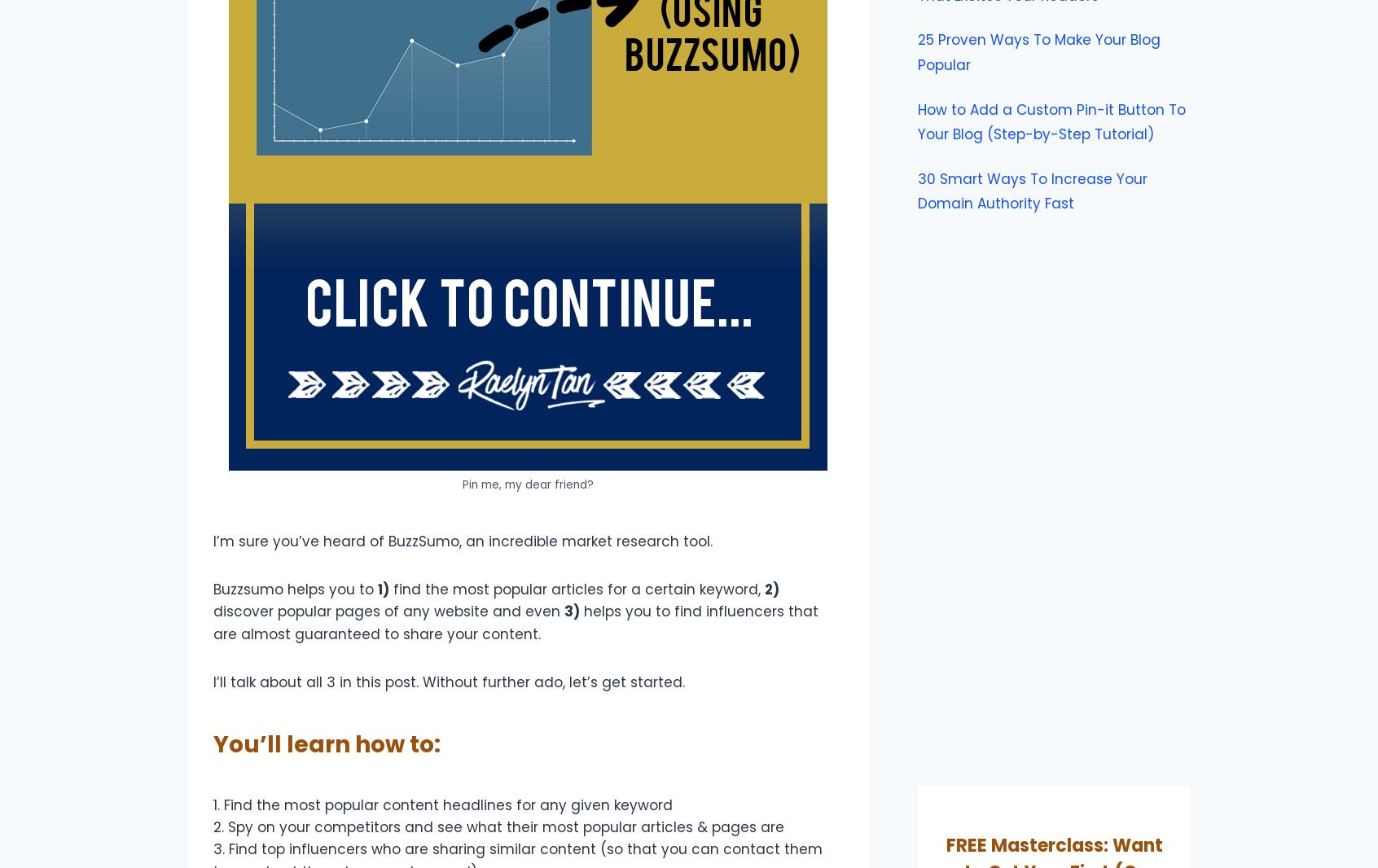 The image size is (1378, 868). What do you see at coordinates (462, 540) in the screenshot?
I see `'I’m sure you’ve heard of BuzzSumo, an incredible market research tool.'` at bounding box center [462, 540].